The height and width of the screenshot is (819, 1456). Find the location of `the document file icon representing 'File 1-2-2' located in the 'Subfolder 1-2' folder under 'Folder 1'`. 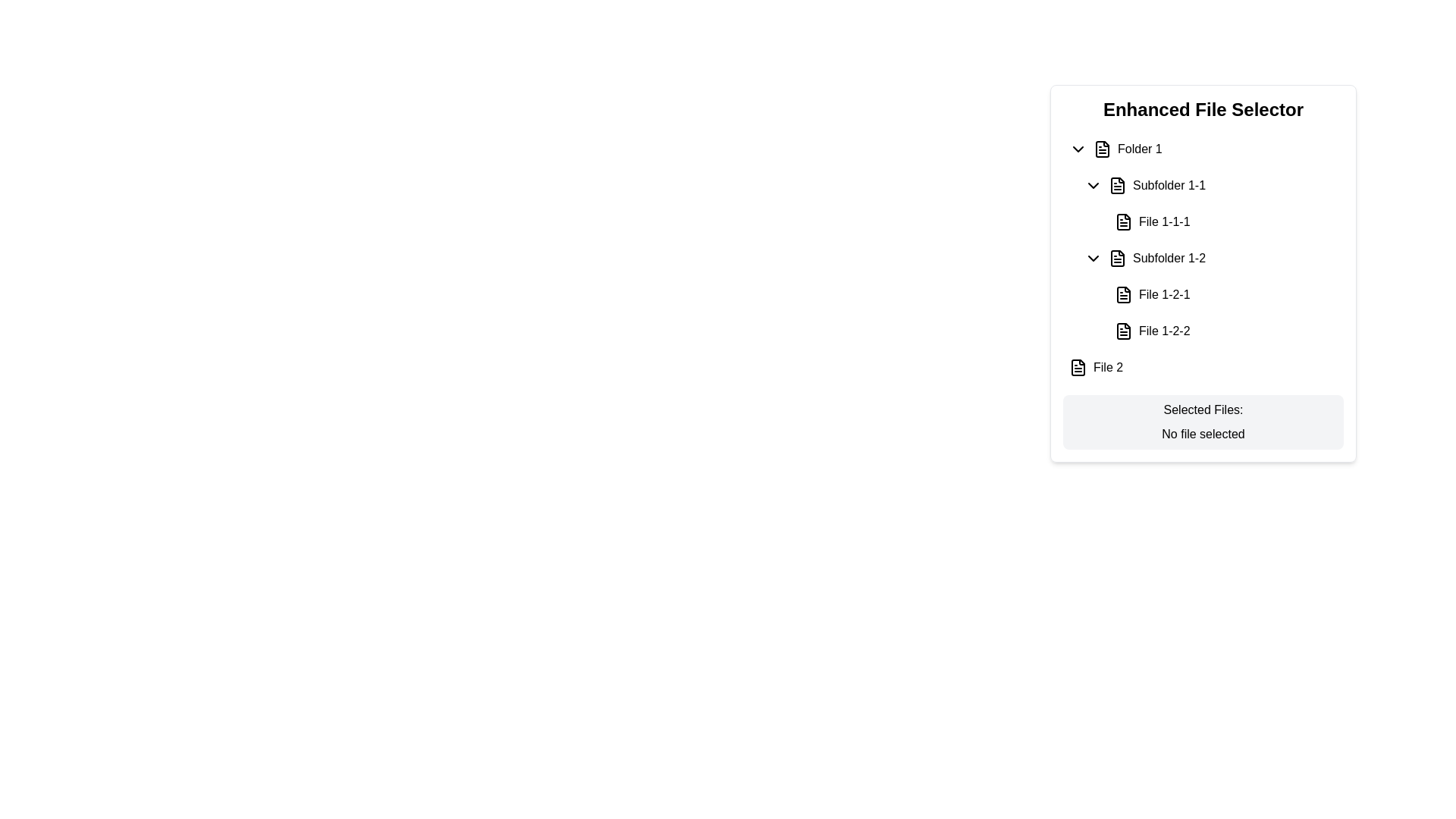

the document file icon representing 'File 1-2-2' located in the 'Subfolder 1-2' folder under 'Folder 1' is located at coordinates (1124, 330).